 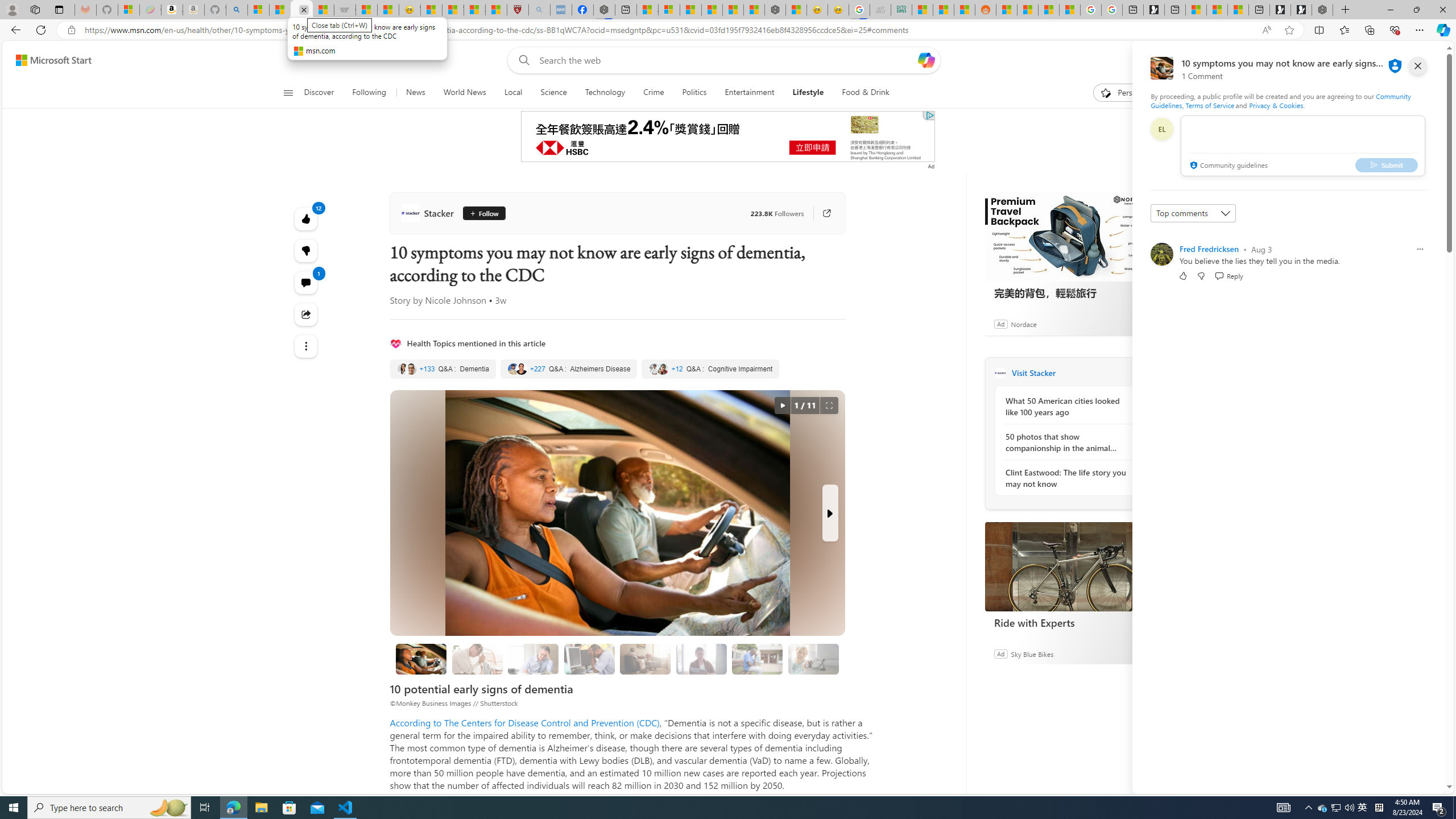 I want to click on 'Robert H. Shmerling, MD - Harvard Health', so click(x=517, y=9).